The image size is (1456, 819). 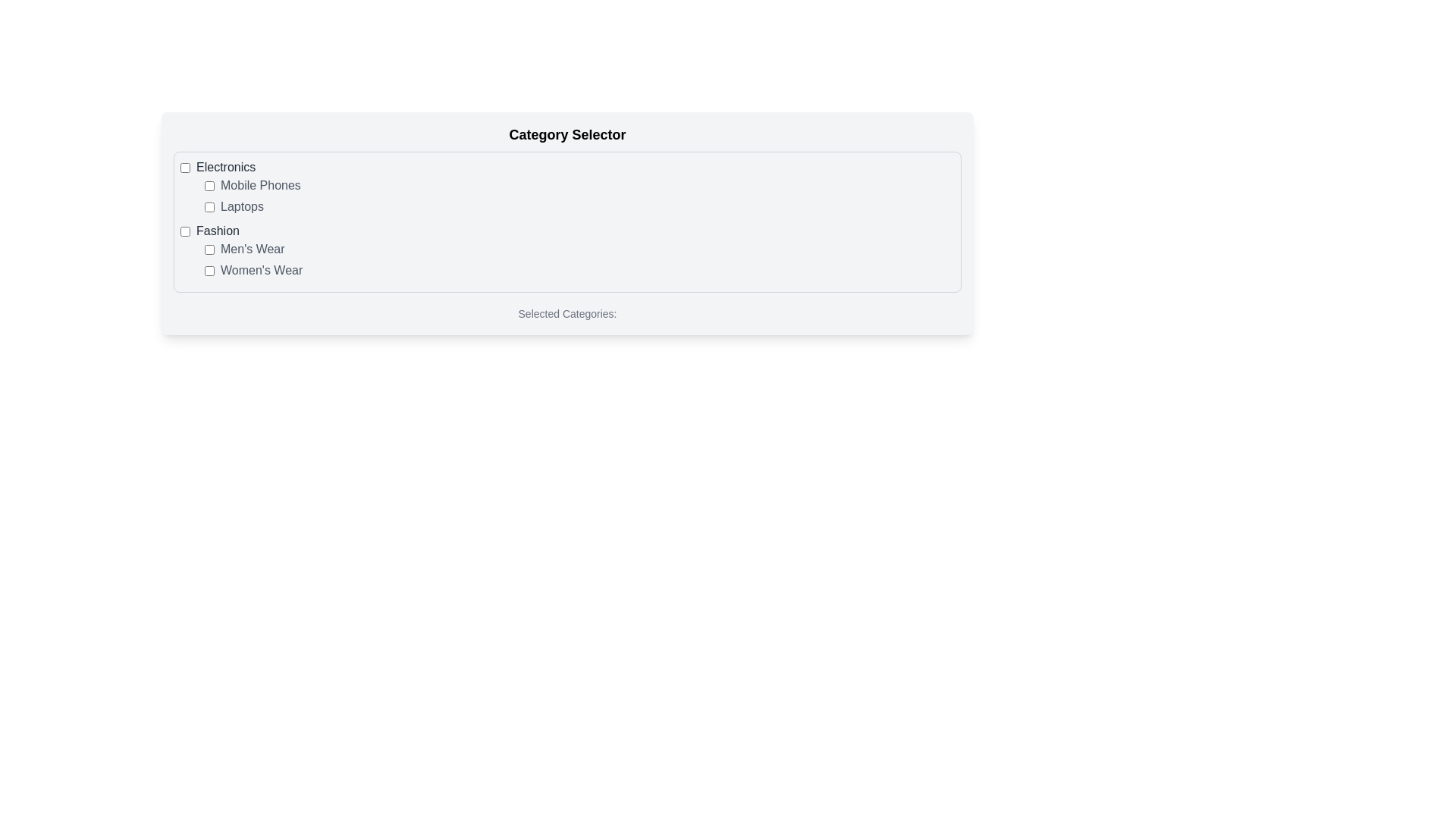 I want to click on the checkbox located to the left of the 'Electronics' label in the 'Category Selector' panel, so click(x=184, y=167).